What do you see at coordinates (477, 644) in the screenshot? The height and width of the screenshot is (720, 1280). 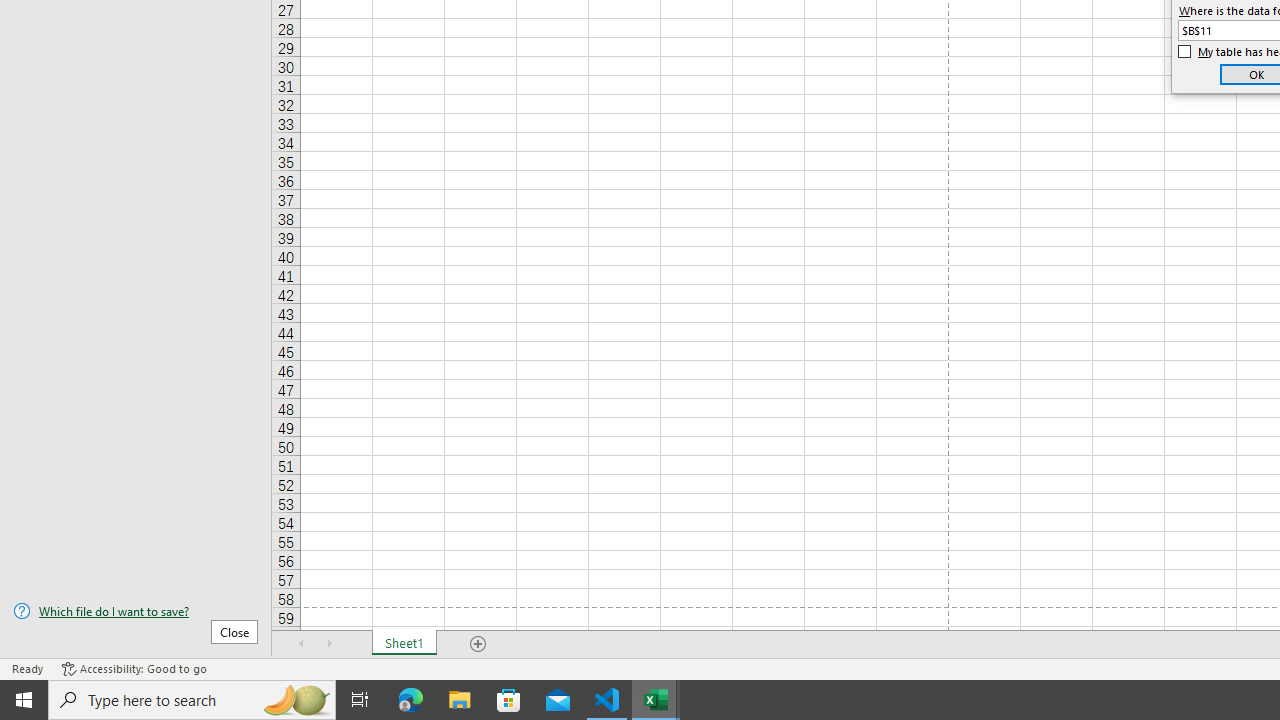 I see `'Add Sheet'` at bounding box center [477, 644].